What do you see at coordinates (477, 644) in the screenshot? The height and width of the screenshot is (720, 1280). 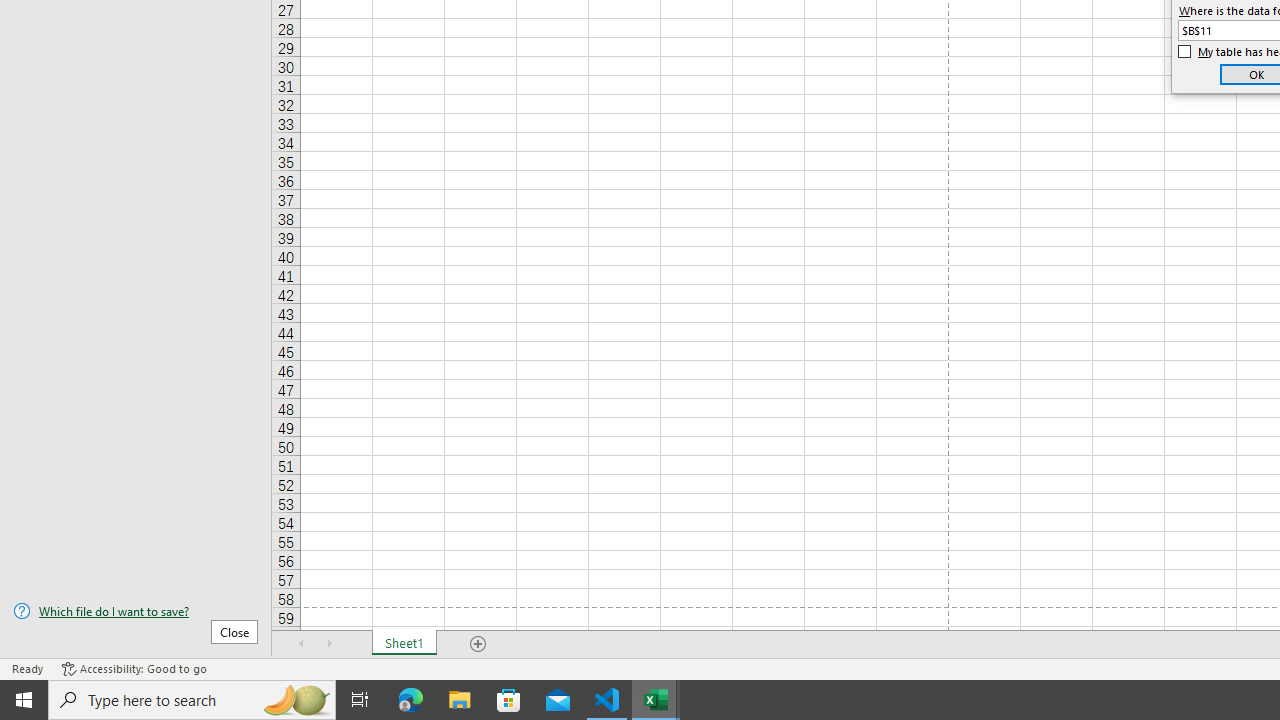 I see `'Add Sheet'` at bounding box center [477, 644].